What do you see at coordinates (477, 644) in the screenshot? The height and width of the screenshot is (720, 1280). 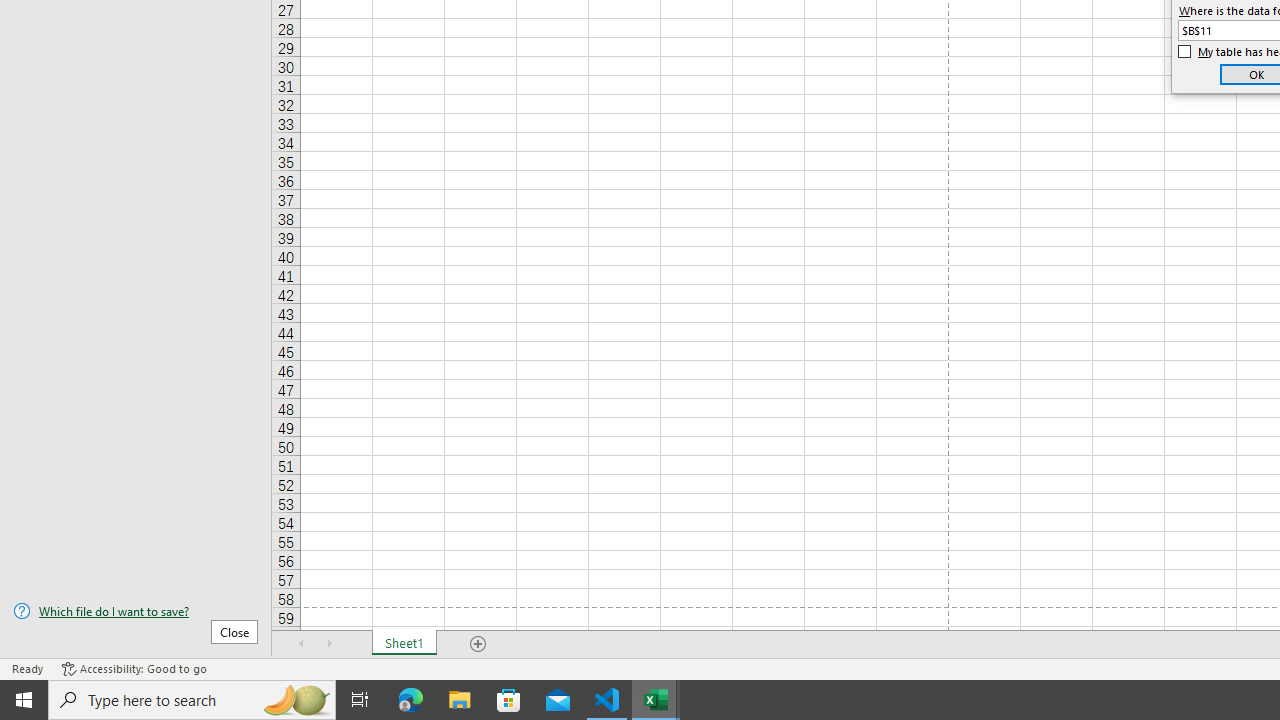 I see `'Add Sheet'` at bounding box center [477, 644].